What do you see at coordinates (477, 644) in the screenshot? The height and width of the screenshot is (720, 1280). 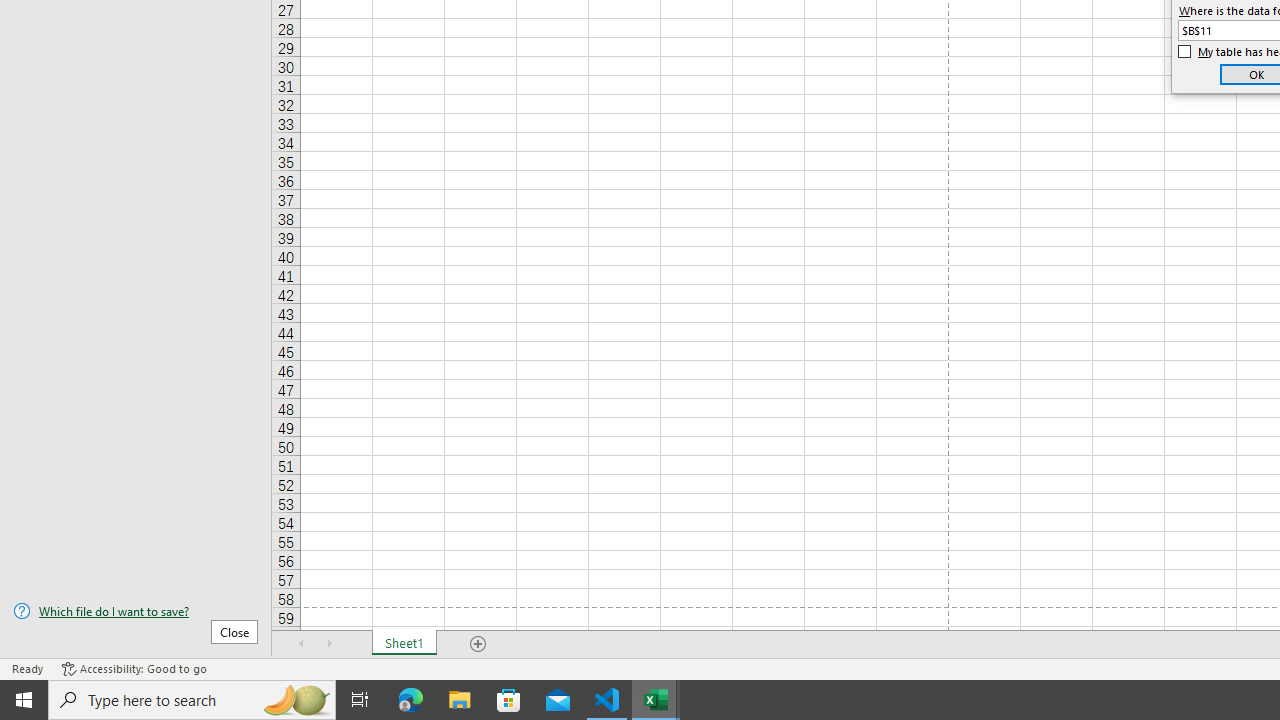 I see `'Add Sheet'` at bounding box center [477, 644].